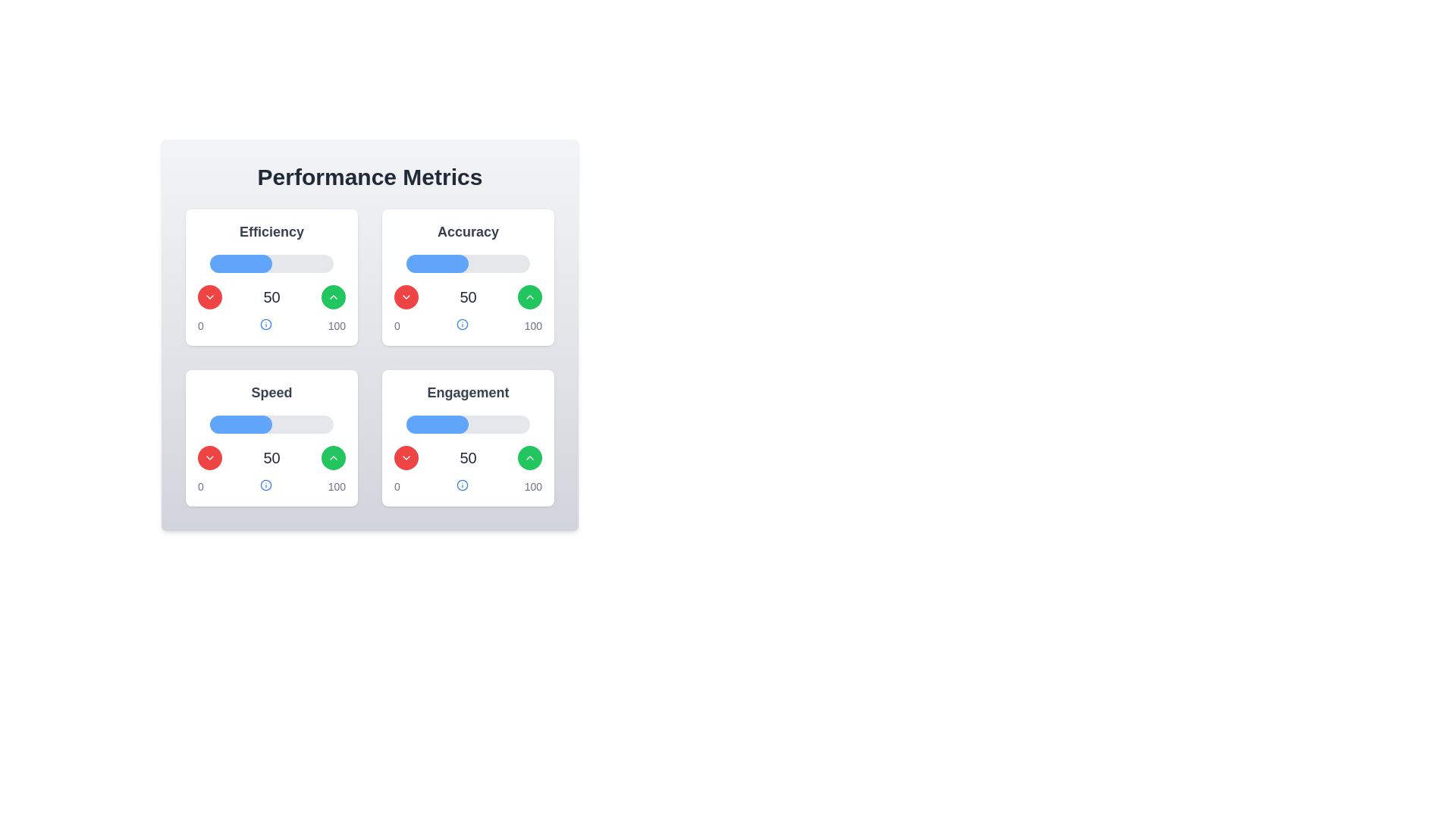 The image size is (1456, 819). I want to click on number displayed in the Efficiency metric text label, which is located within the Efficiency card, centered between two arrow buttons, so click(271, 297).